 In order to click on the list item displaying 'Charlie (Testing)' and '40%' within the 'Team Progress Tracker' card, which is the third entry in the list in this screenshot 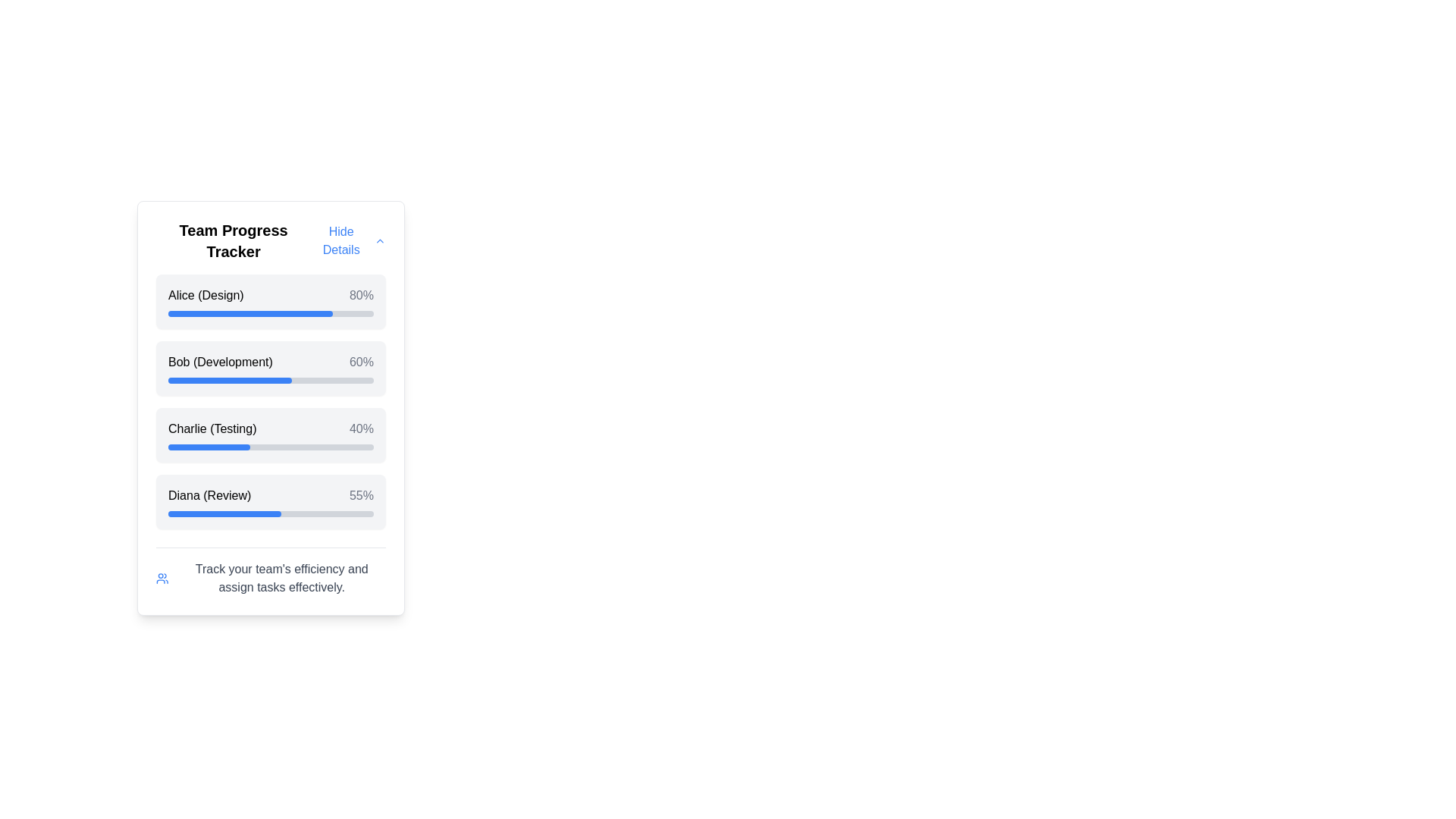, I will do `click(271, 429)`.